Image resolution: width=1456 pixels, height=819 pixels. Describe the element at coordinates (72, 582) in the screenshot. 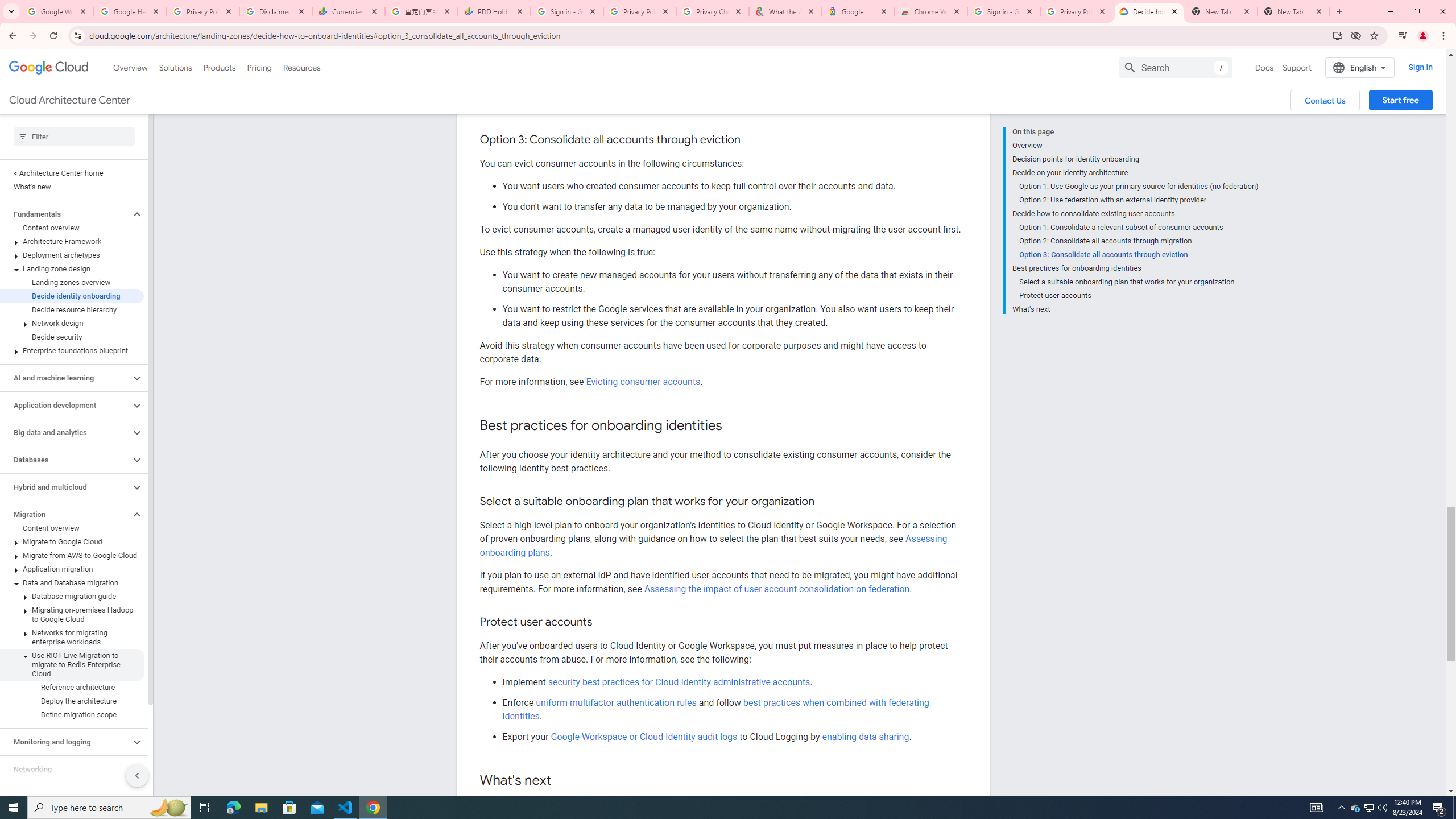

I see `'Data and Database migration'` at that location.